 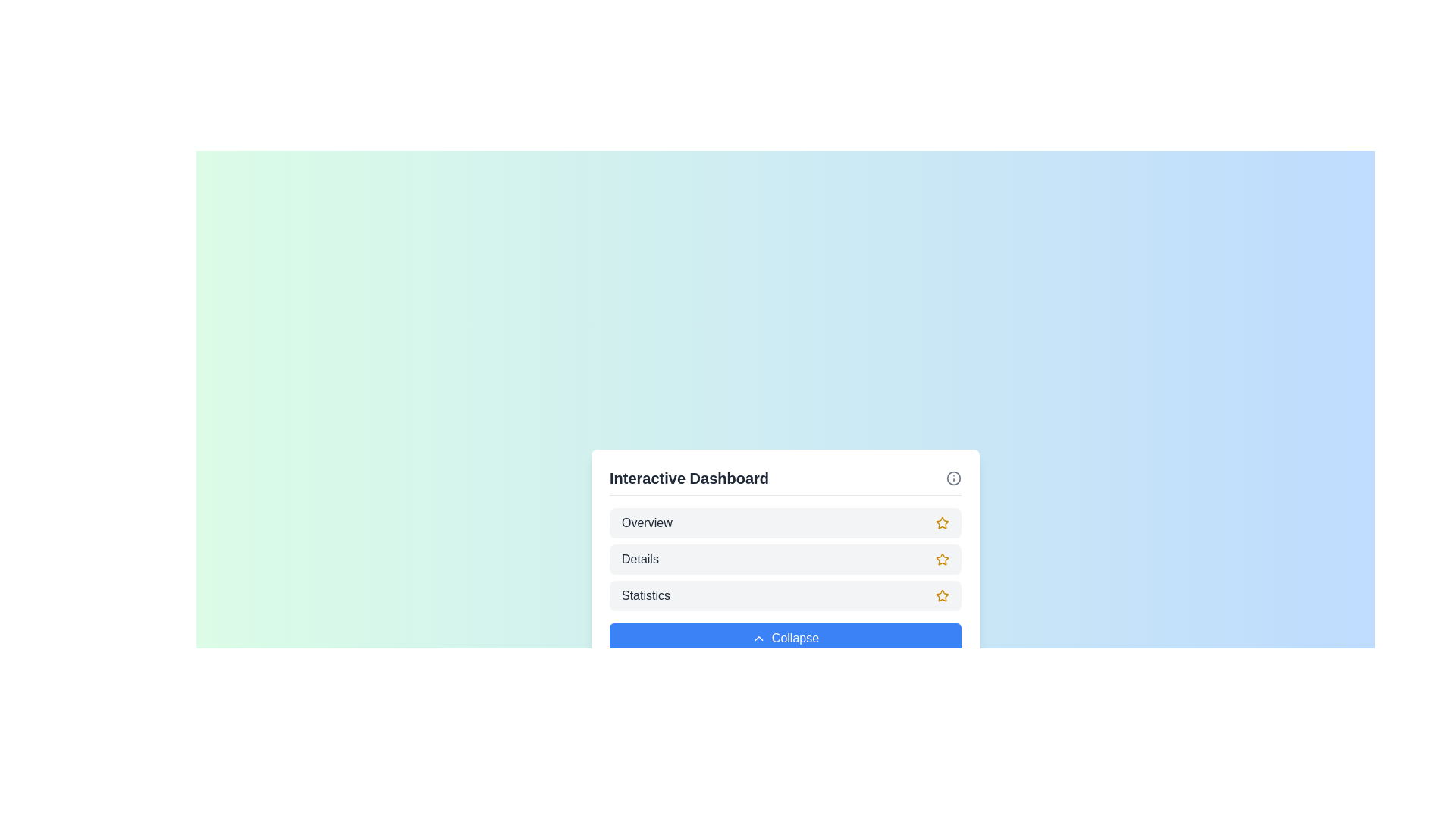 I want to click on the second button in the vertically stacked group of three buttons within the 'Interactive Dashboard' panel, so click(x=786, y=559).